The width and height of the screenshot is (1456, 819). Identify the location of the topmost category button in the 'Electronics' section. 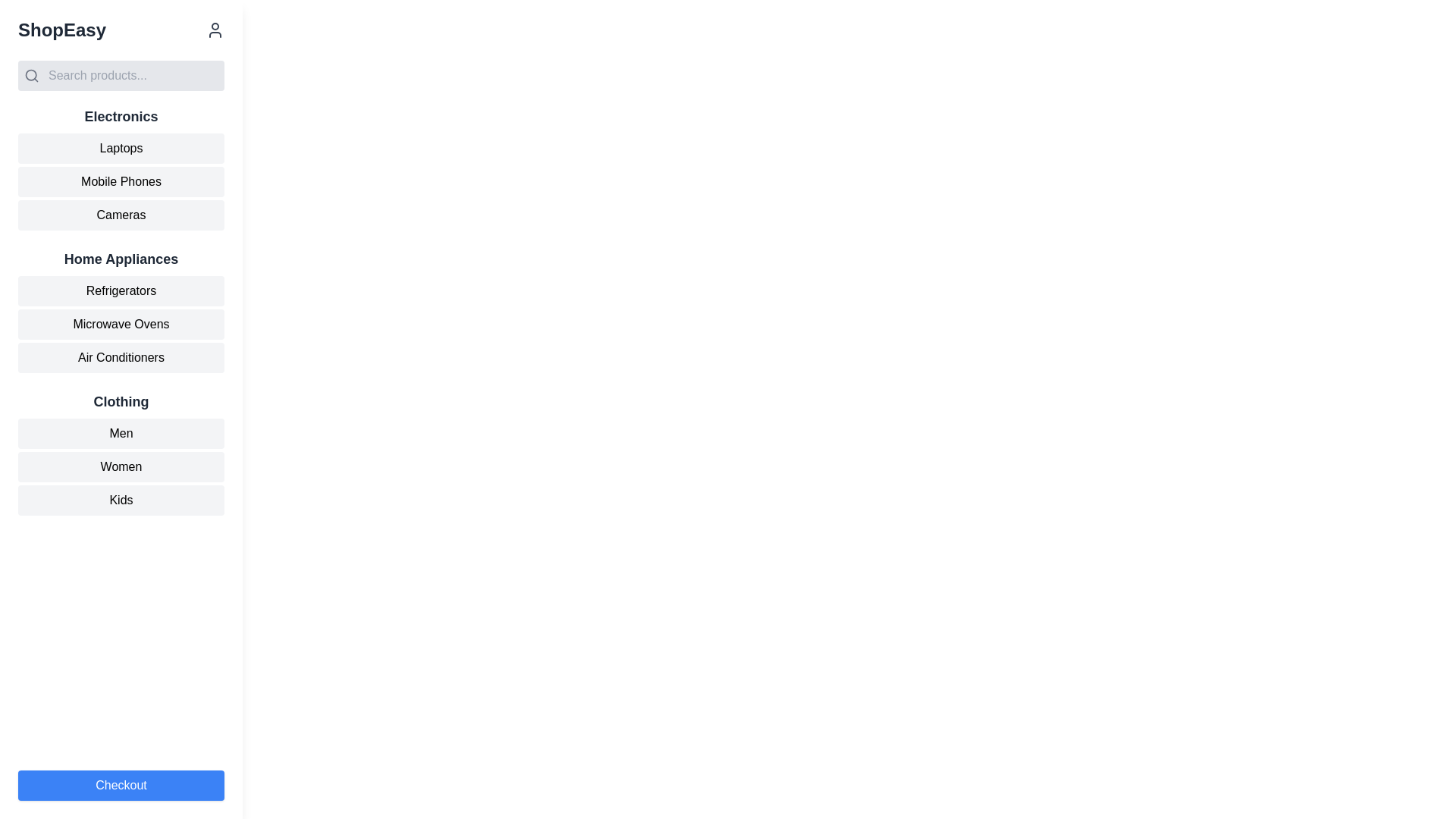
(120, 149).